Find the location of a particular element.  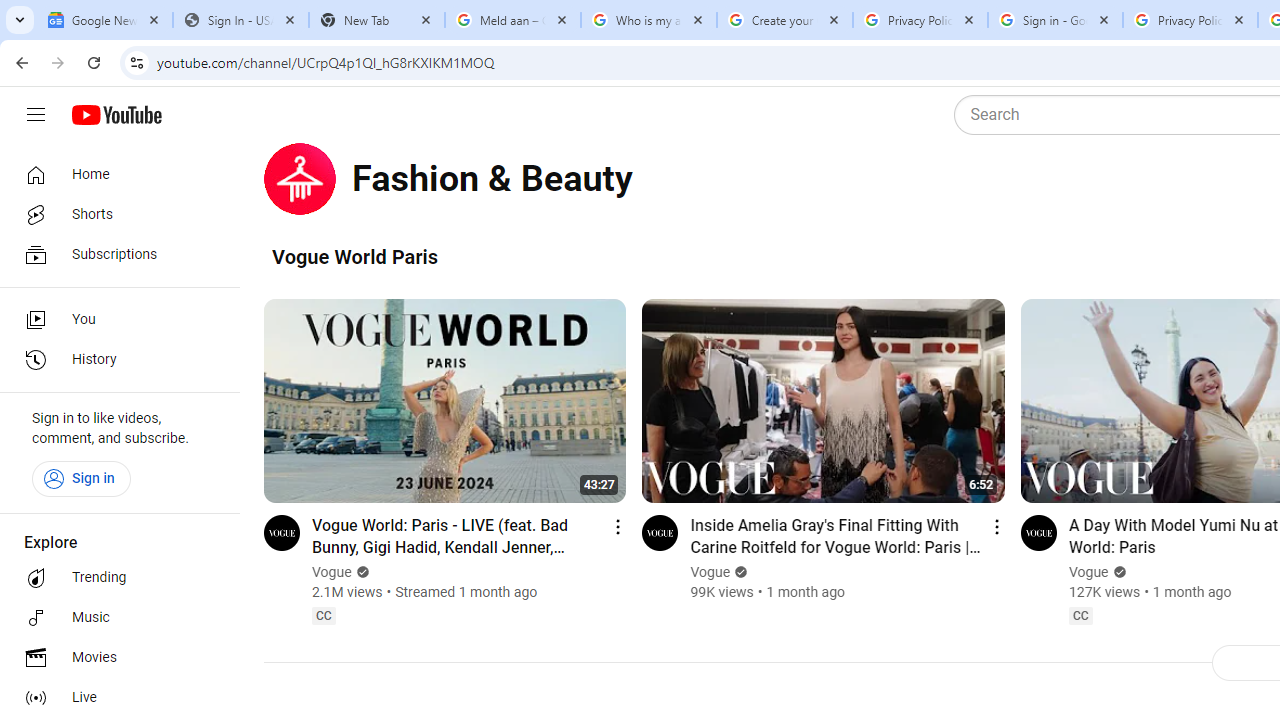

'Sign In - USA TODAY' is located at coordinates (240, 20).